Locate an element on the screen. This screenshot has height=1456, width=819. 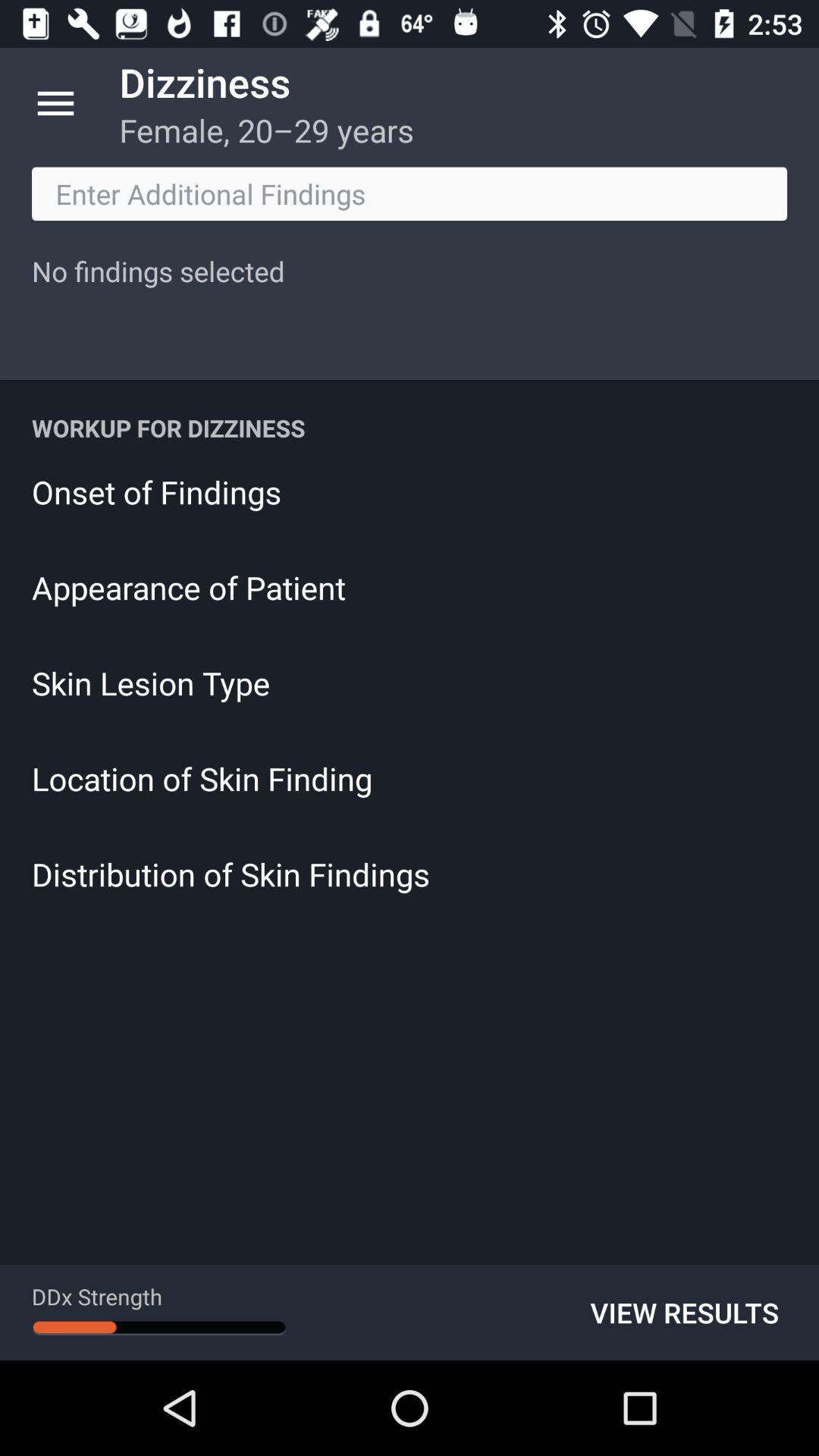
appearance of patient icon is located at coordinates (409, 586).